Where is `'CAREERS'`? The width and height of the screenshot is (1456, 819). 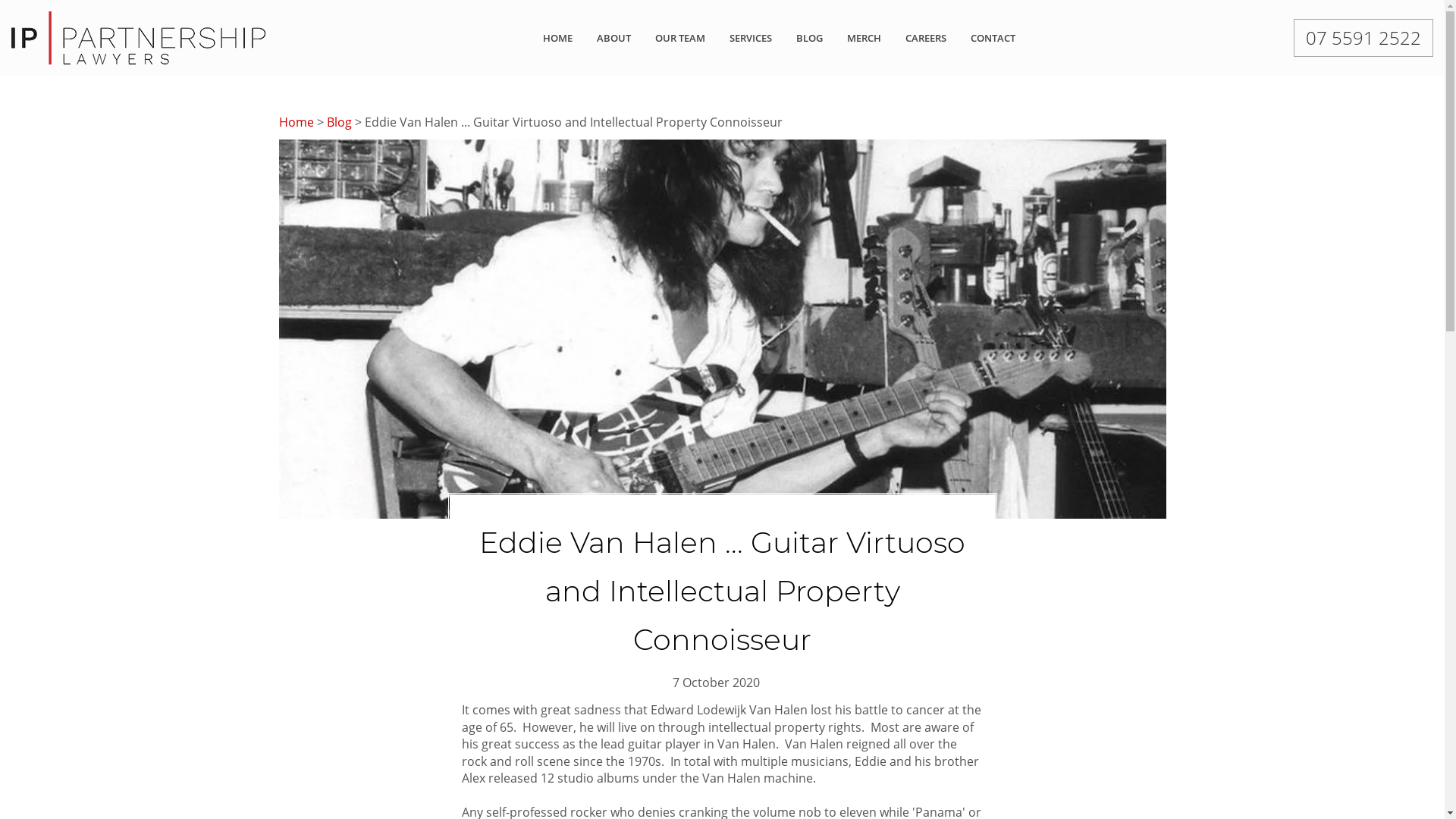 'CAREERS' is located at coordinates (924, 37).